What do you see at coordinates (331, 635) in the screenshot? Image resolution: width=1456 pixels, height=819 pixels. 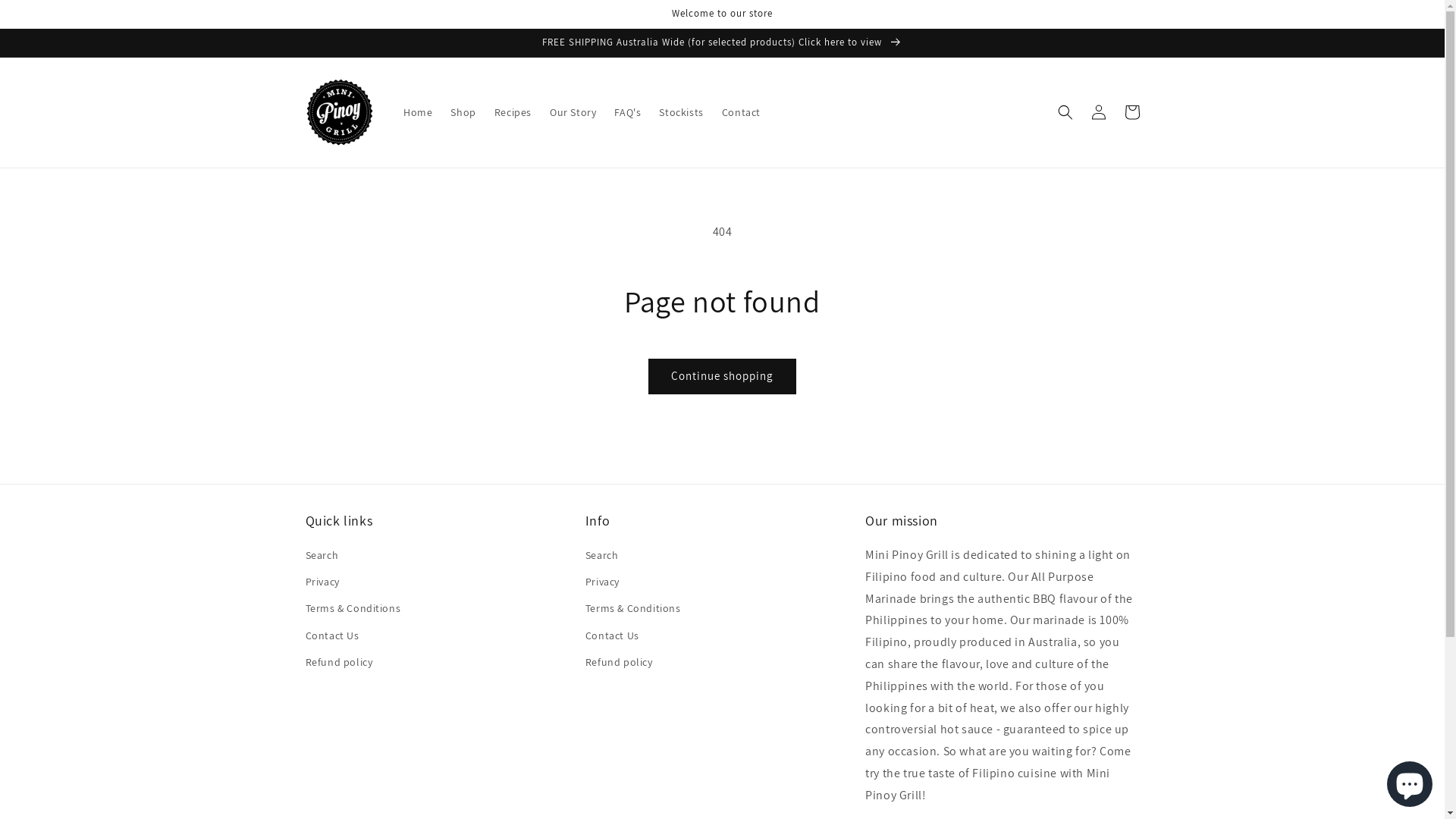 I see `'Contact Us'` at bounding box center [331, 635].